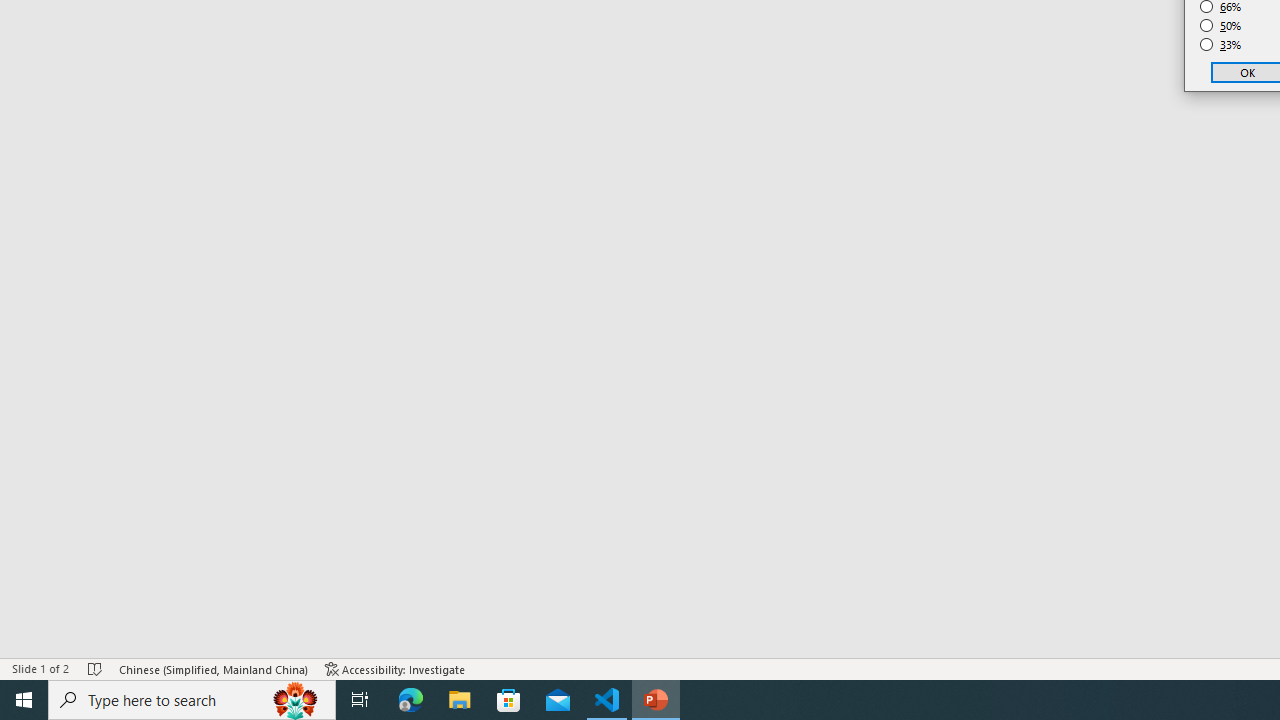 The image size is (1280, 720). I want to click on 'Accessibility Checker Accessibility: Investigate', so click(395, 669).